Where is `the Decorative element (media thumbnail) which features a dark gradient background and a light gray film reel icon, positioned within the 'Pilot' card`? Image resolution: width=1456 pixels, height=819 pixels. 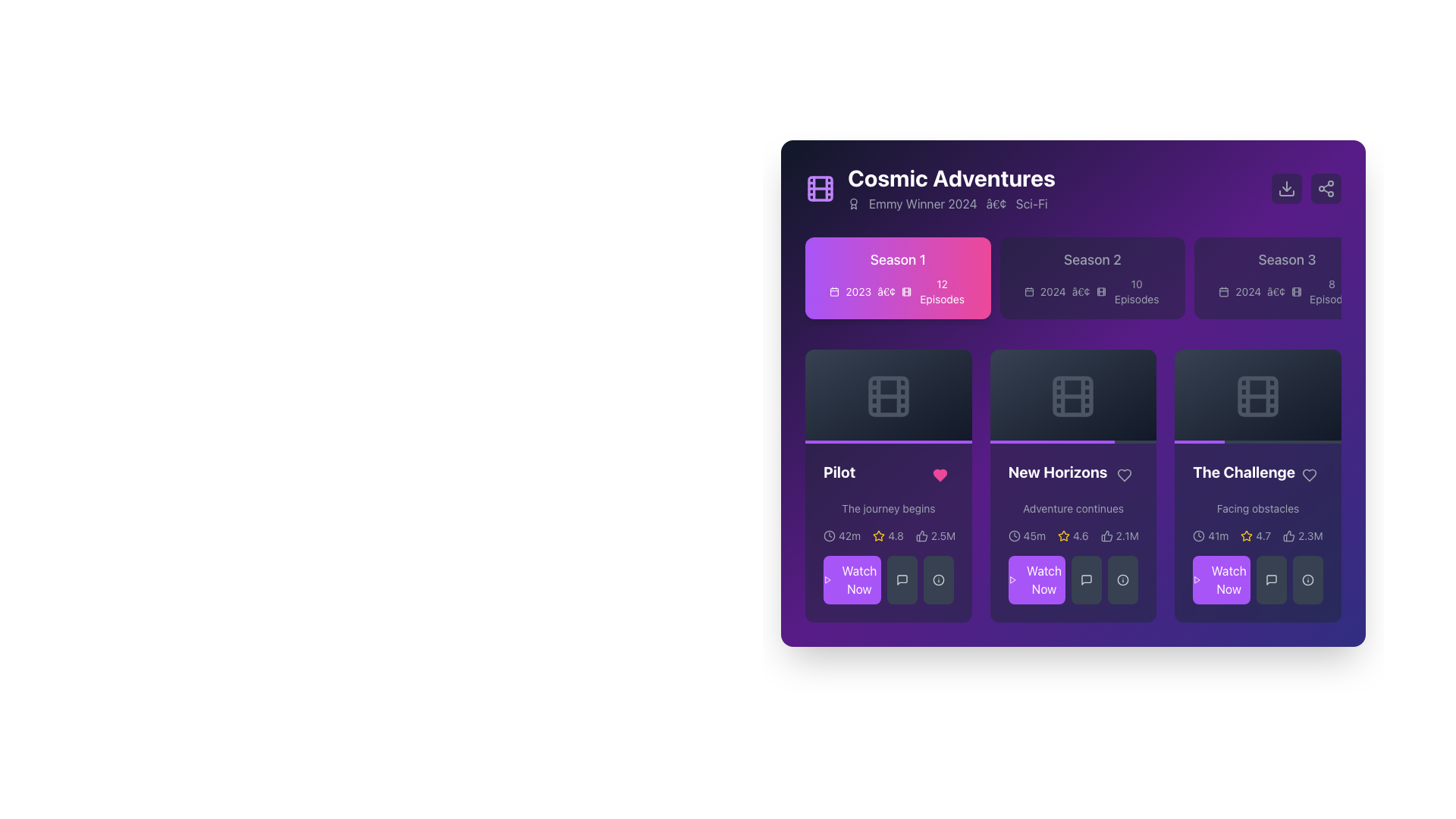 the Decorative element (media thumbnail) which features a dark gradient background and a light gray film reel icon, positioned within the 'Pilot' card is located at coordinates (888, 395).